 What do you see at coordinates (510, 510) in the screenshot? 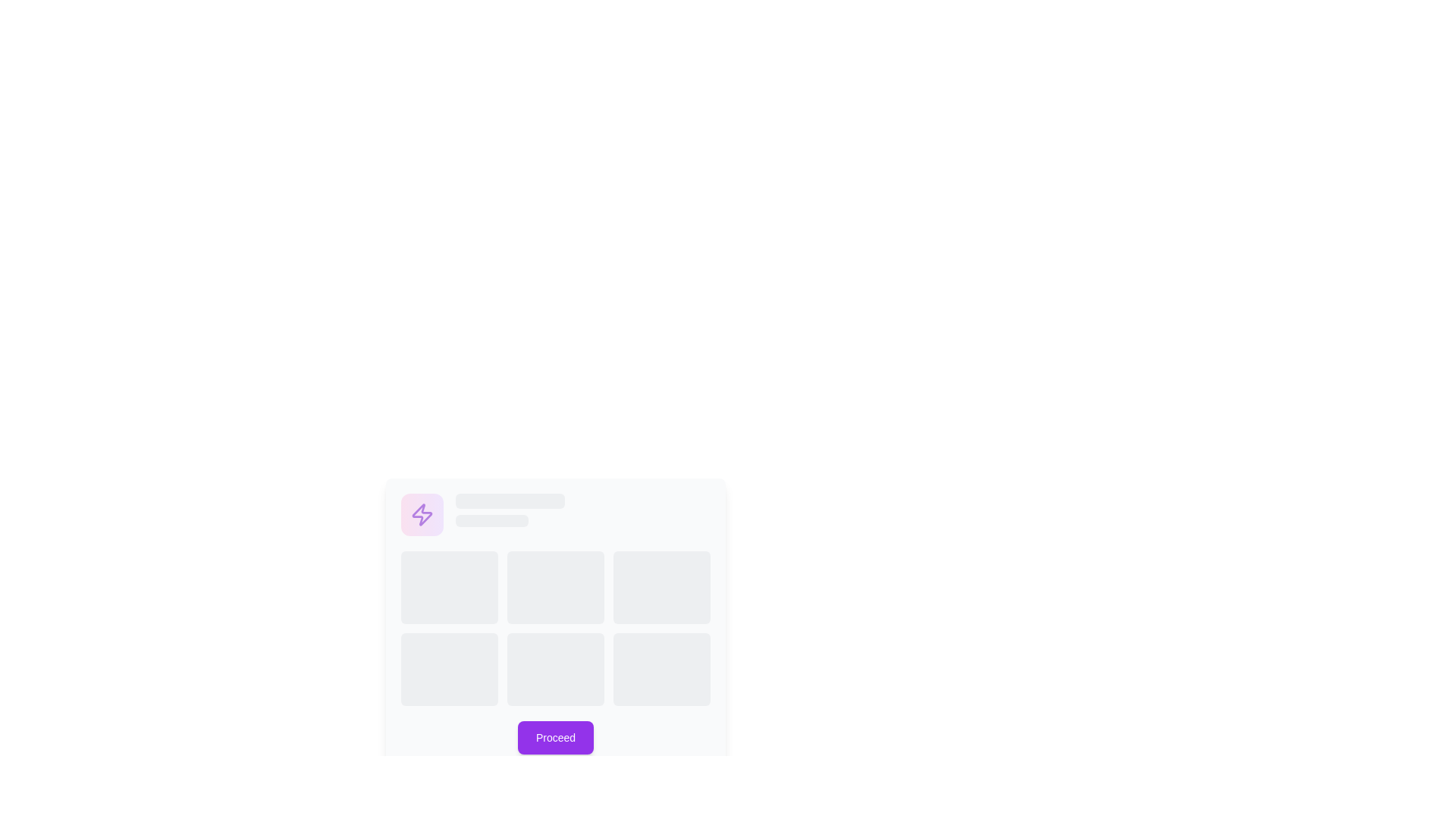
I see `the loading placeholder element, which visually indicates where content will be displayed, located slightly to the right of the central vertical axis in the upper left section of the grid layout` at bounding box center [510, 510].